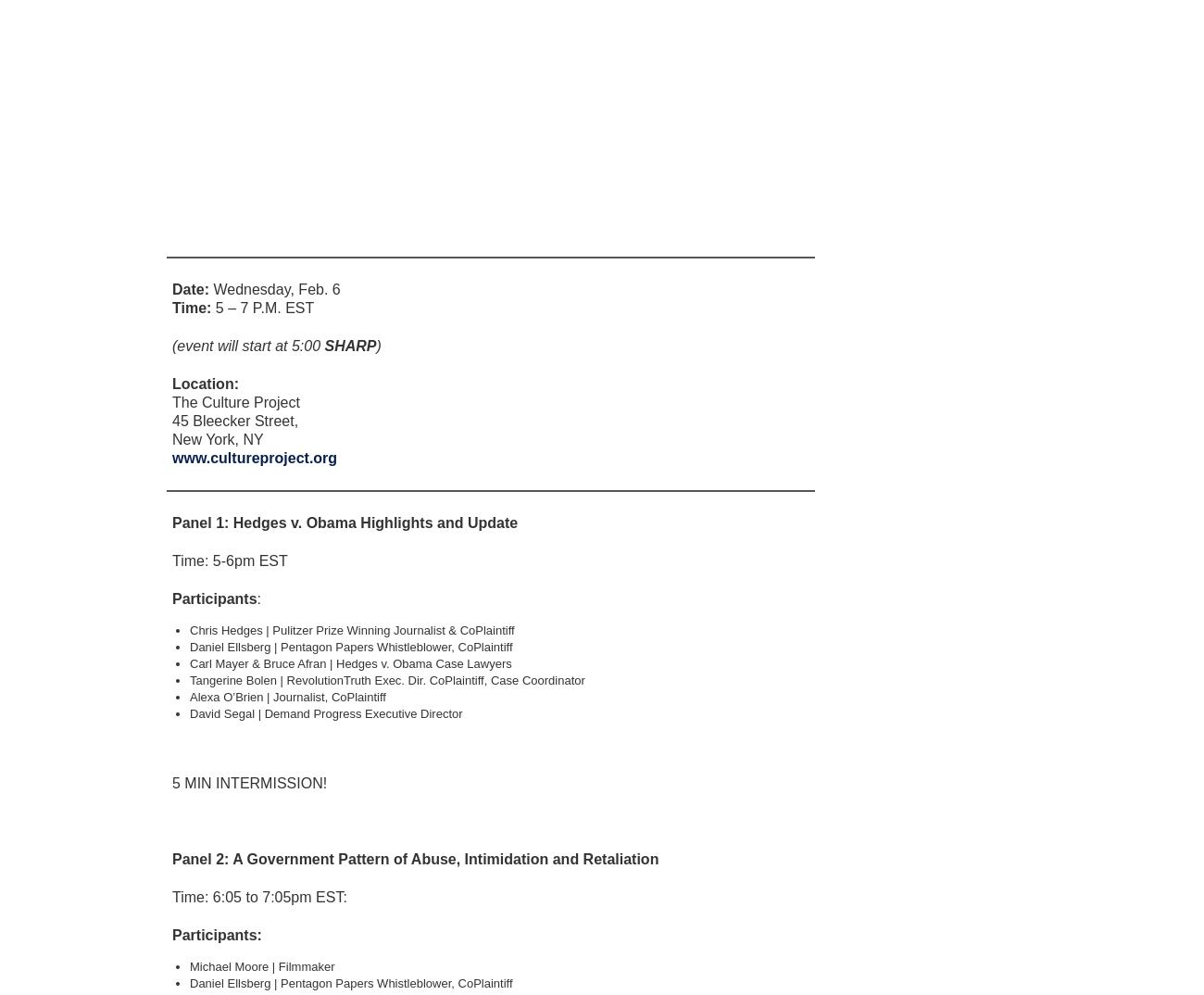  What do you see at coordinates (213, 598) in the screenshot?
I see `'Participants'` at bounding box center [213, 598].